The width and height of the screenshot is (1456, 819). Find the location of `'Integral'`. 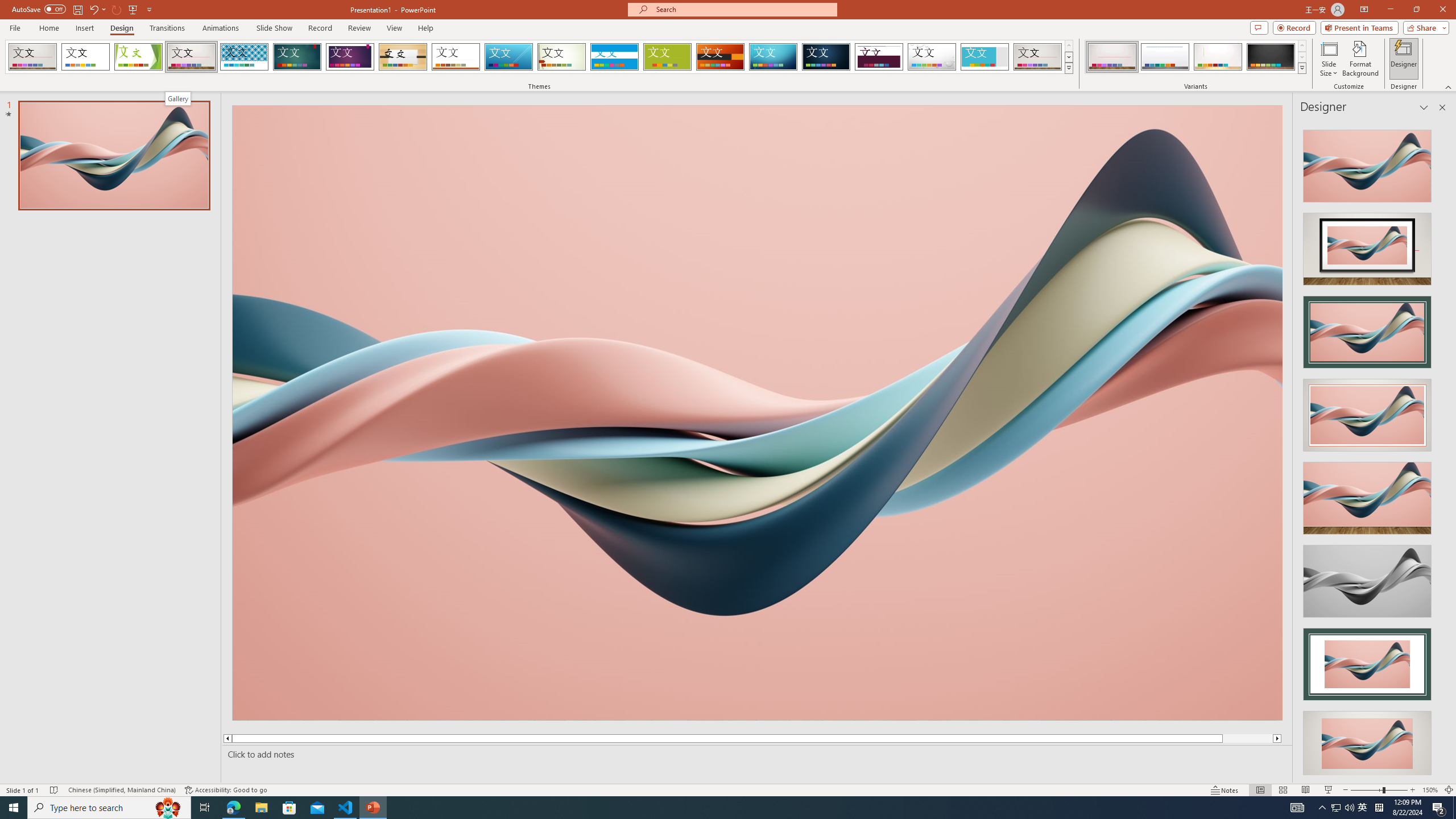

'Integral' is located at coordinates (244, 56).